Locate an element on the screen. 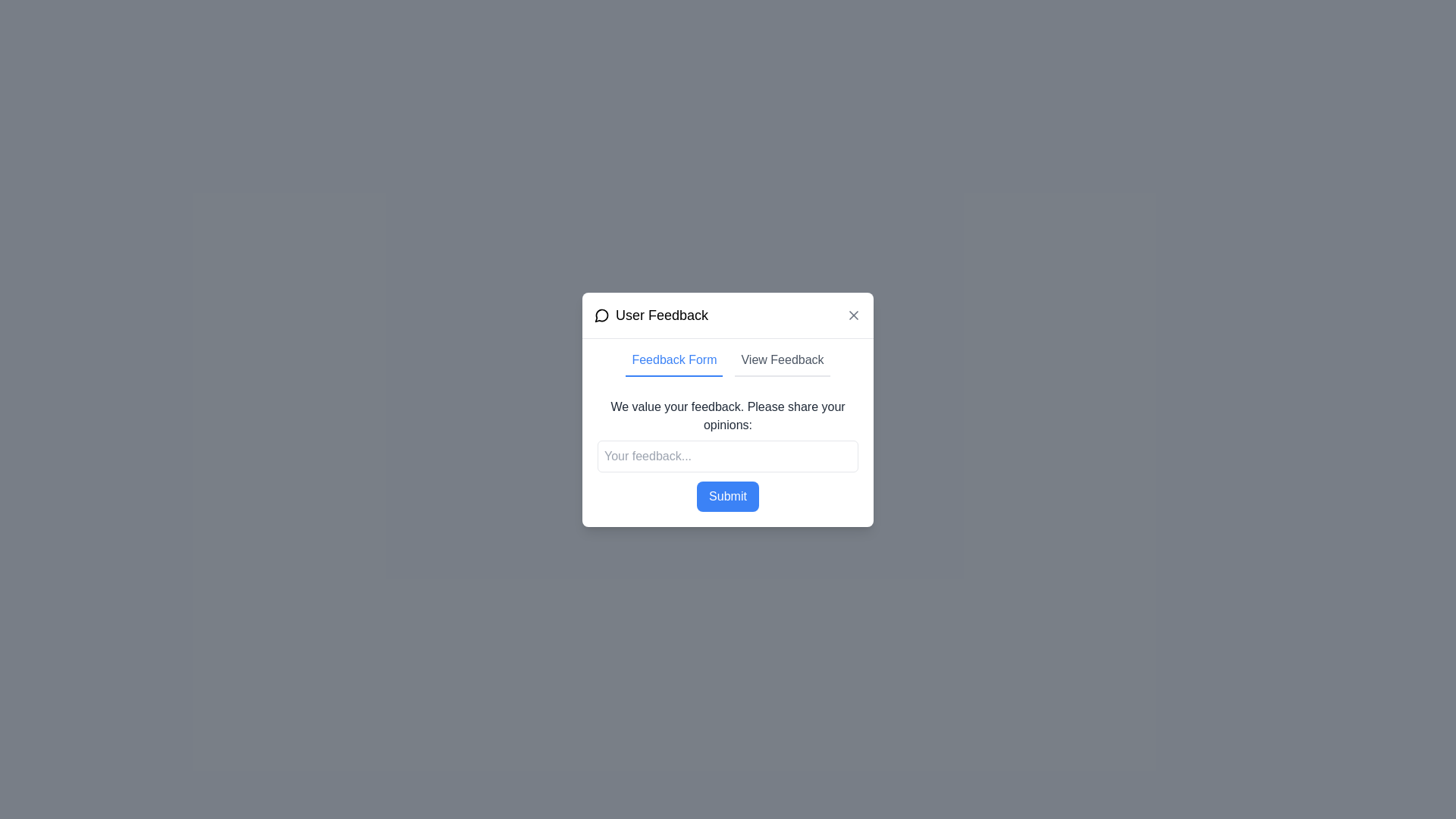 The height and width of the screenshot is (819, 1456). the 'Submit' button, which is a rectangular button with a blue background and white text, located beneath the text input field labeled 'Your feedback...' is located at coordinates (728, 496).